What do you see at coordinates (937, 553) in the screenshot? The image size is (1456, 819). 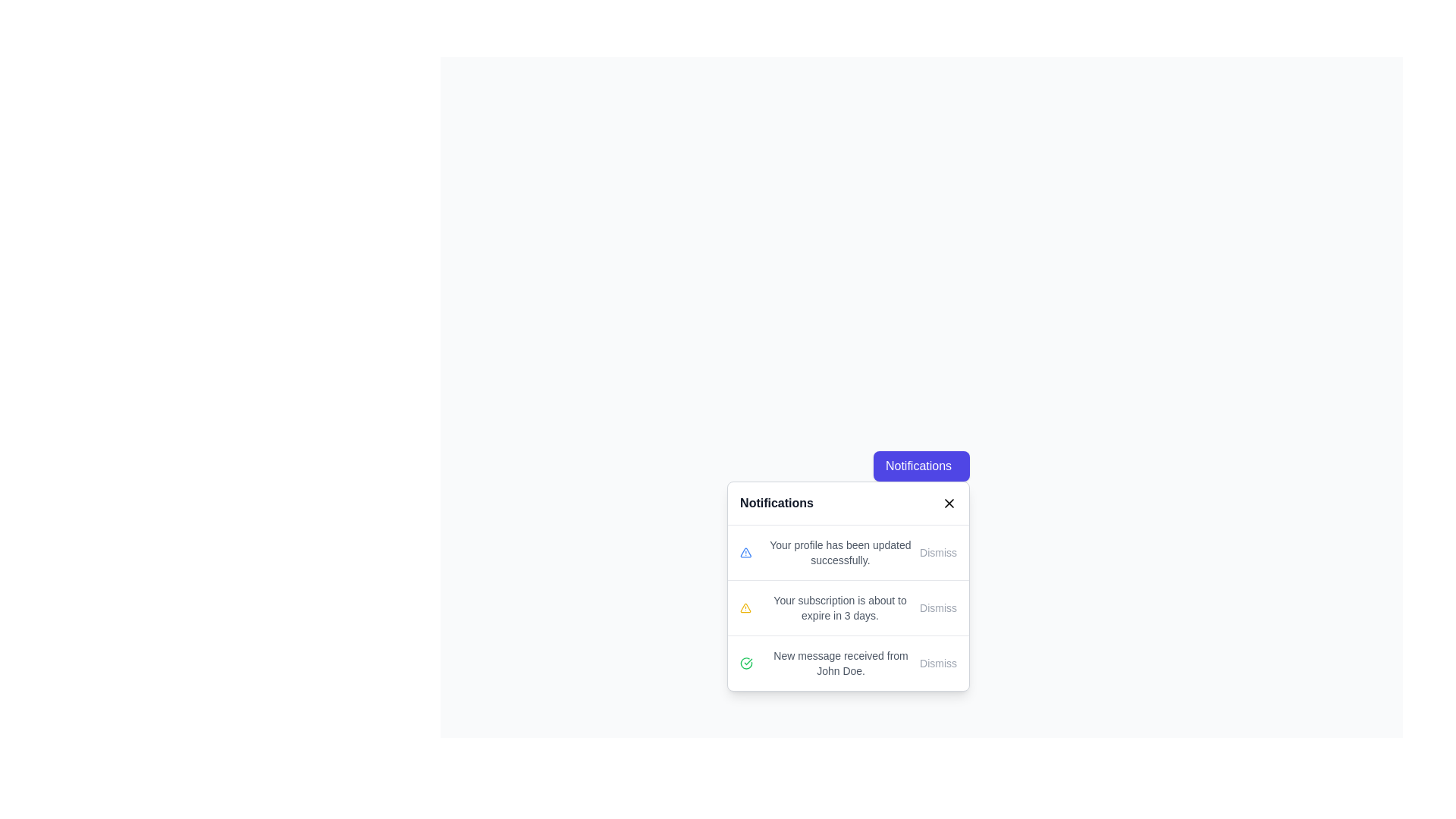 I see `the dismiss button located at the bottom-right corner of the notification card` at bounding box center [937, 553].